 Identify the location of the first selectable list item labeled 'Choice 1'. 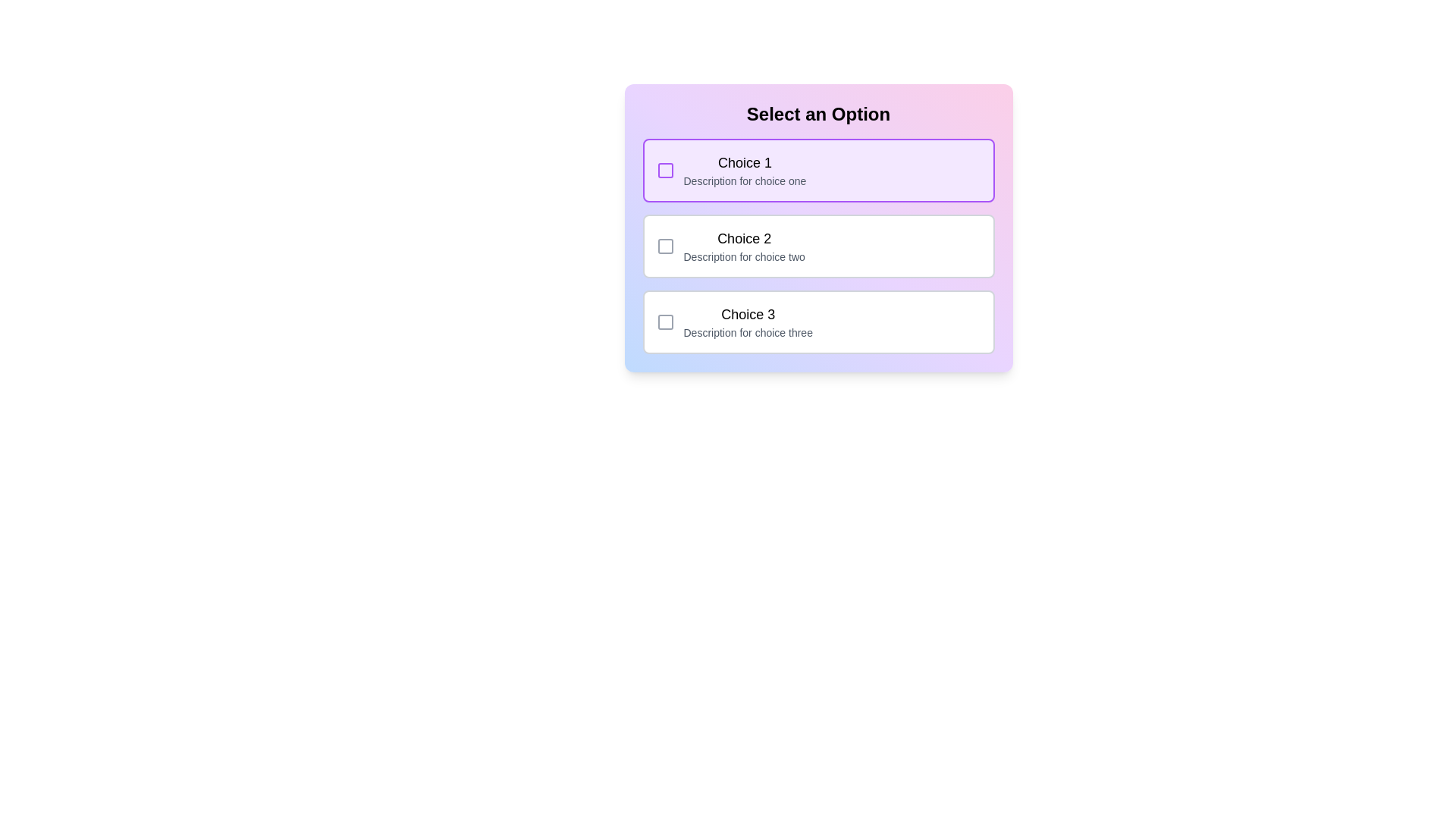
(817, 170).